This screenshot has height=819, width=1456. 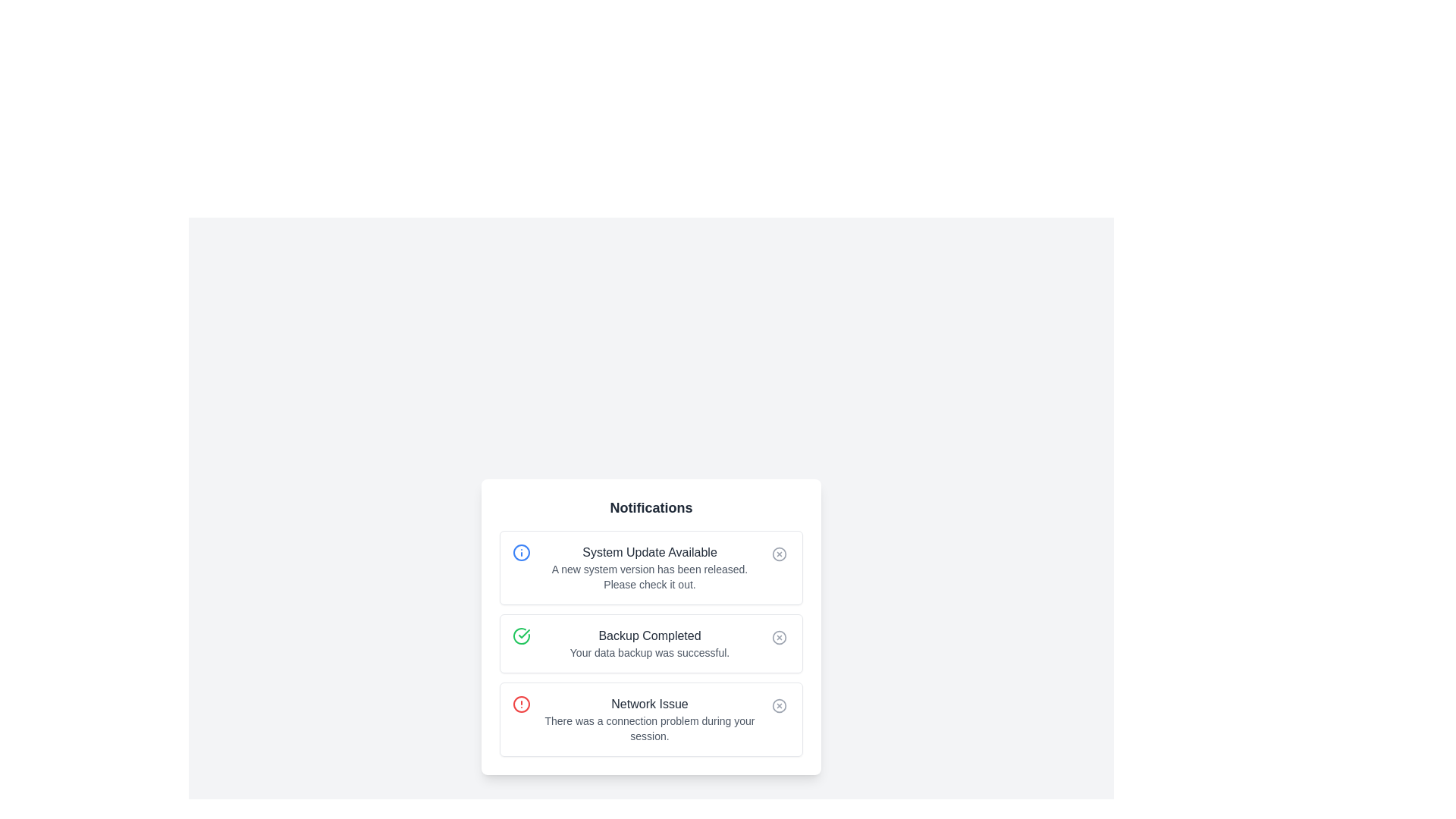 What do you see at coordinates (779, 637) in the screenshot?
I see `the circular dismiss button with a cross symbol in the second notification card labeled 'Backup Completed'` at bounding box center [779, 637].